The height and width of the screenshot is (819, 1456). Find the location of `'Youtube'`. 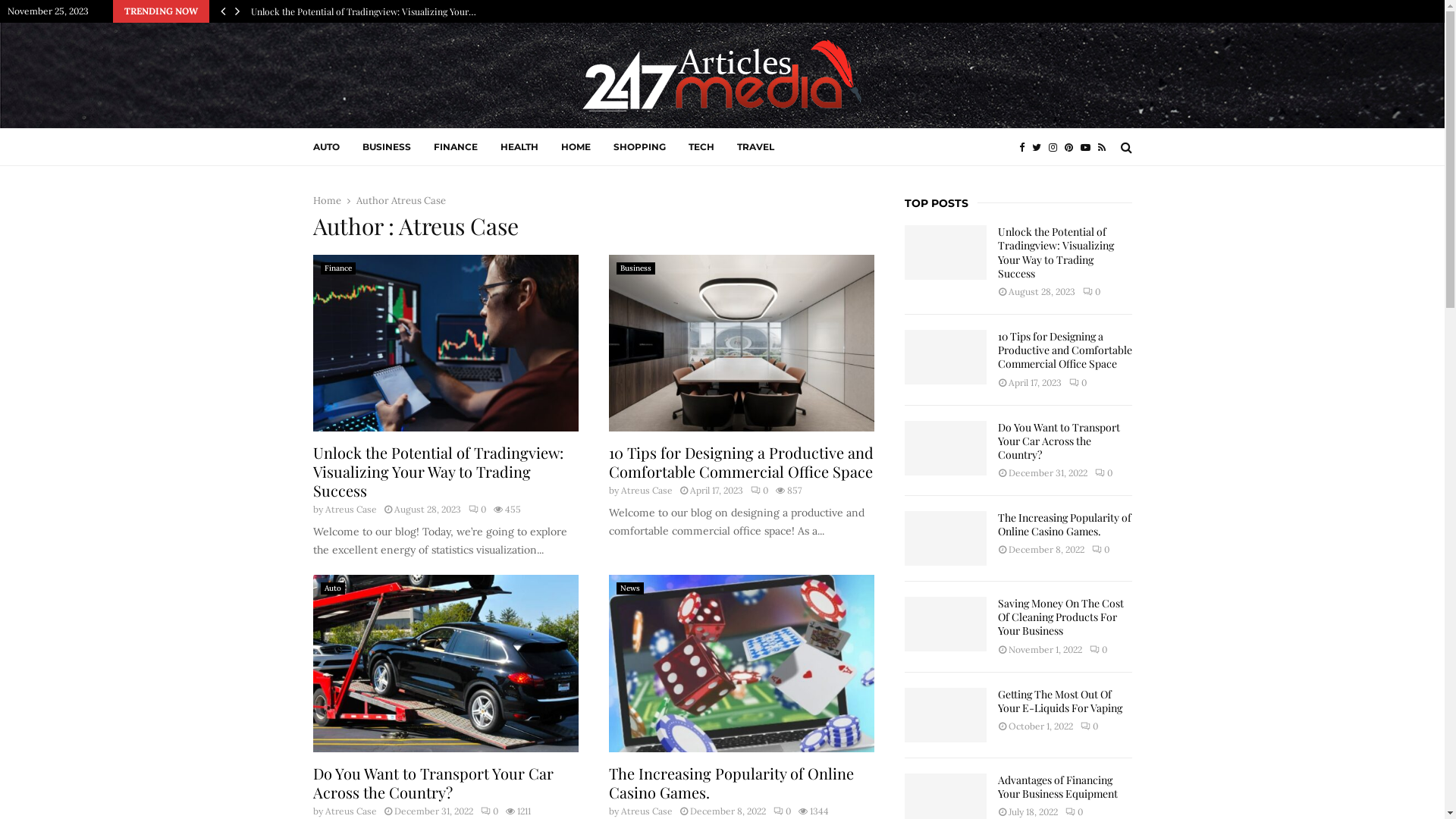

'Youtube' is located at coordinates (1087, 147).